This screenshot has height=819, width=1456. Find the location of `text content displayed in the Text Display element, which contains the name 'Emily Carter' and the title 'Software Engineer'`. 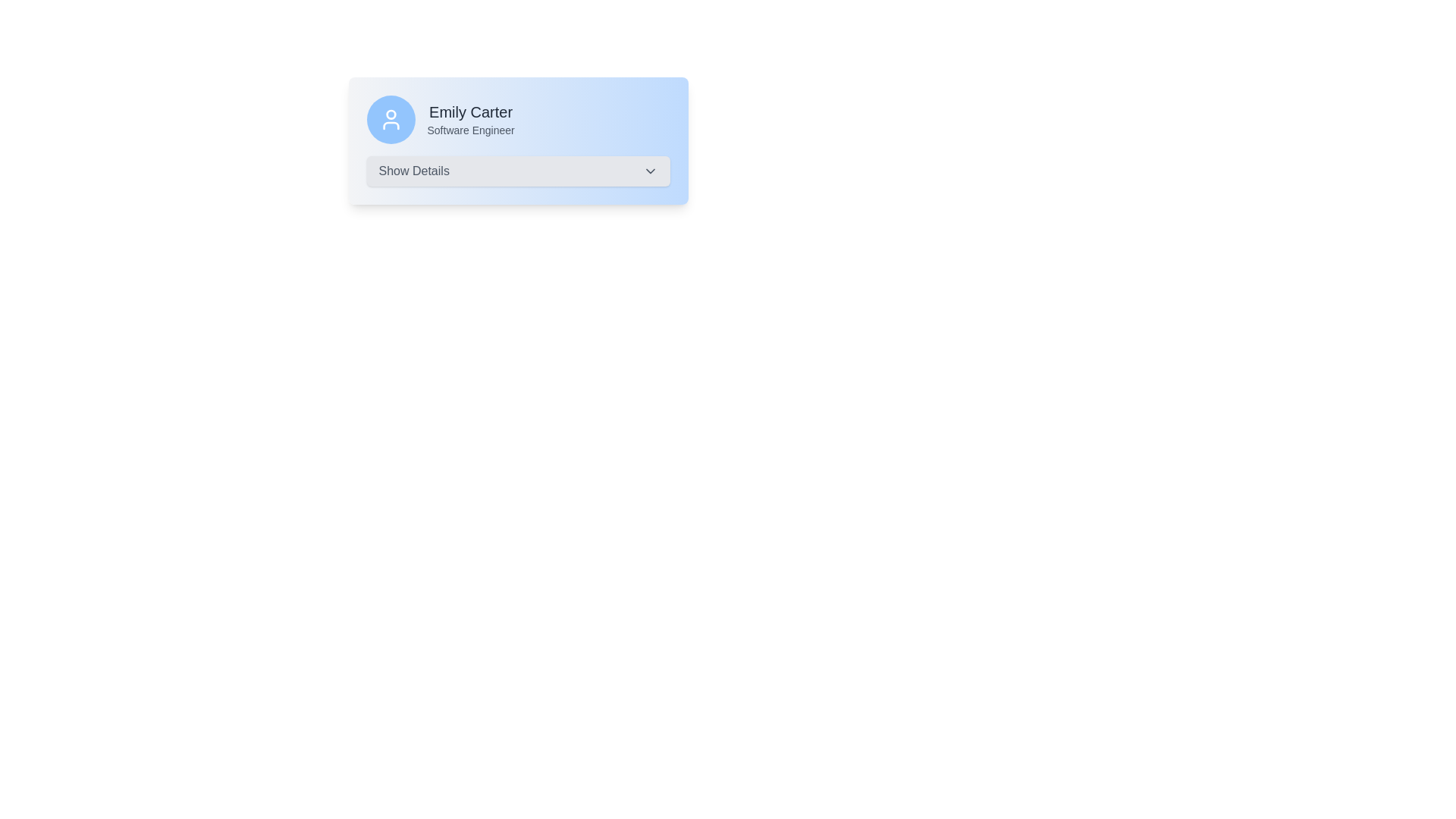

text content displayed in the Text Display element, which contains the name 'Emily Carter' and the title 'Software Engineer' is located at coordinates (470, 119).